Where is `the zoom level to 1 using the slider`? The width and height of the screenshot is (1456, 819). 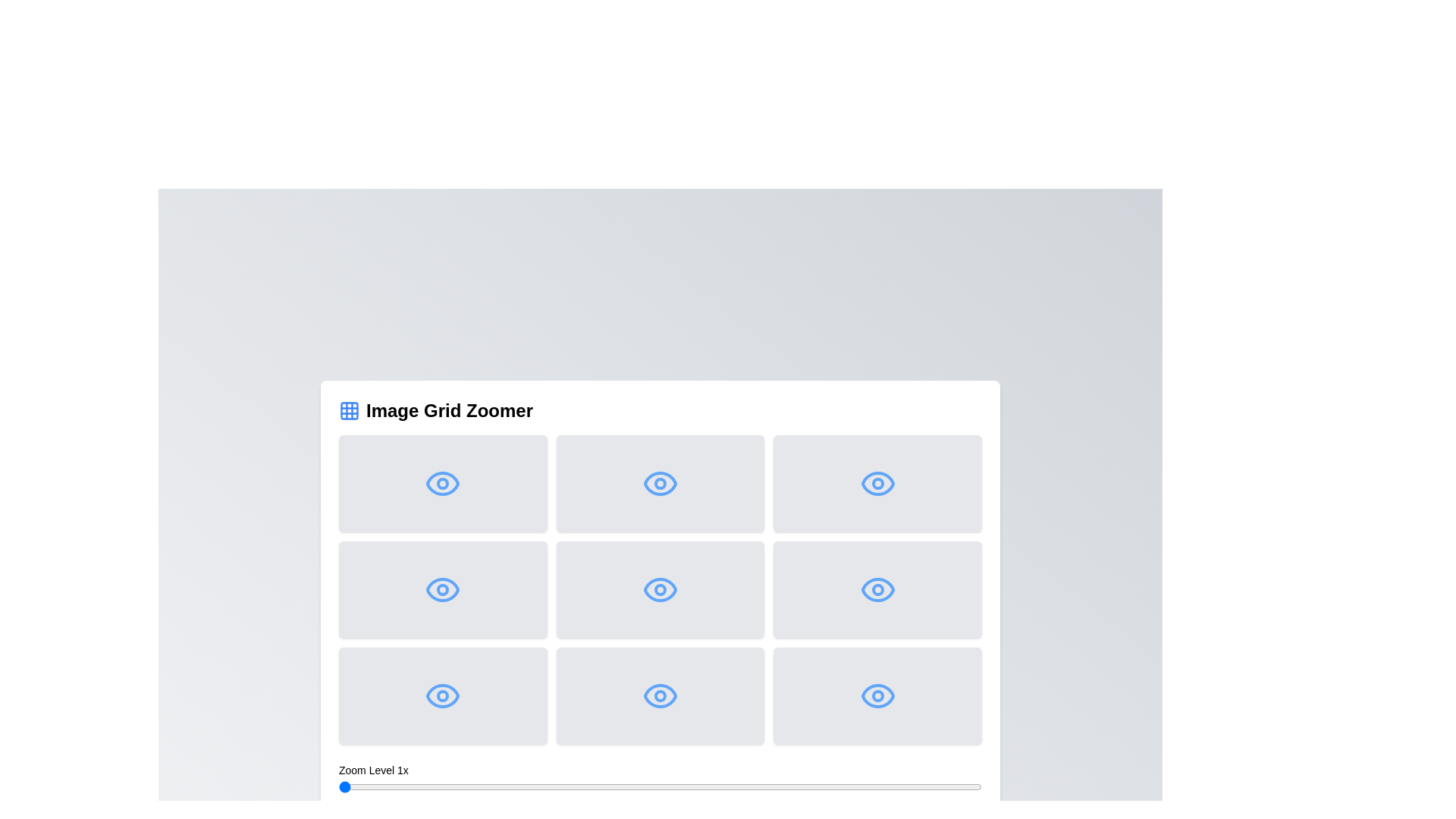 the zoom level to 1 using the slider is located at coordinates (337, 786).